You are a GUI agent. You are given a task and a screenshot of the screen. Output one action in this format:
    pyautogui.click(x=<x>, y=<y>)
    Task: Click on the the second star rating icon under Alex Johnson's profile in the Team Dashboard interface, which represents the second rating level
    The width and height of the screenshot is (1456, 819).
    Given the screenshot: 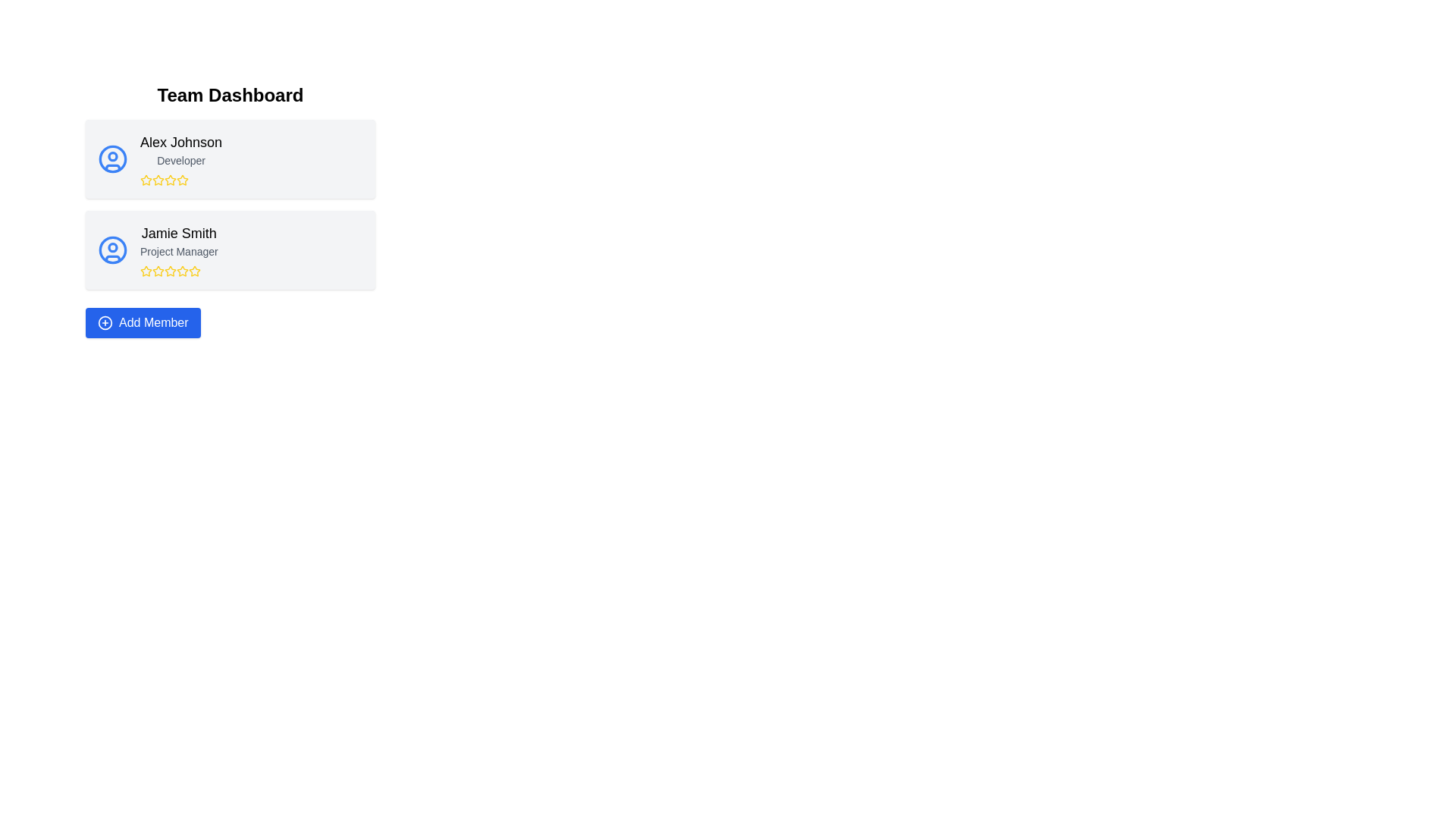 What is the action you would take?
    pyautogui.click(x=146, y=179)
    